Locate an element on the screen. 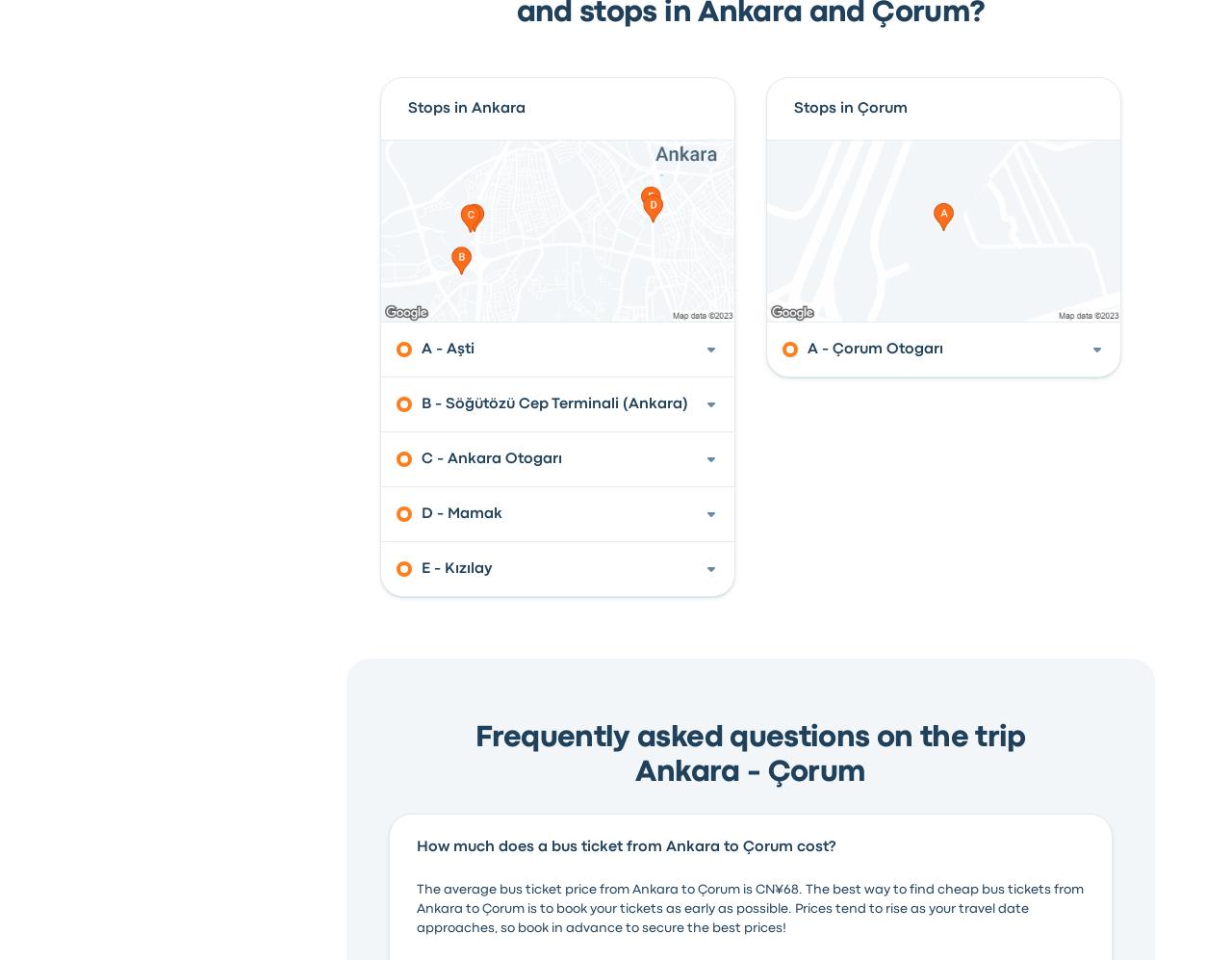 This screenshot has height=960, width=1232. 'The average bus ticket price from Ankara to Çorum is CN¥68. The best way to find cheap bus tickets from Ankara to Çorum is to book your tickets as early as possible. Prices tend to rise as your travel date approaches, so book in advance to secure the best prices!' is located at coordinates (748, 907).